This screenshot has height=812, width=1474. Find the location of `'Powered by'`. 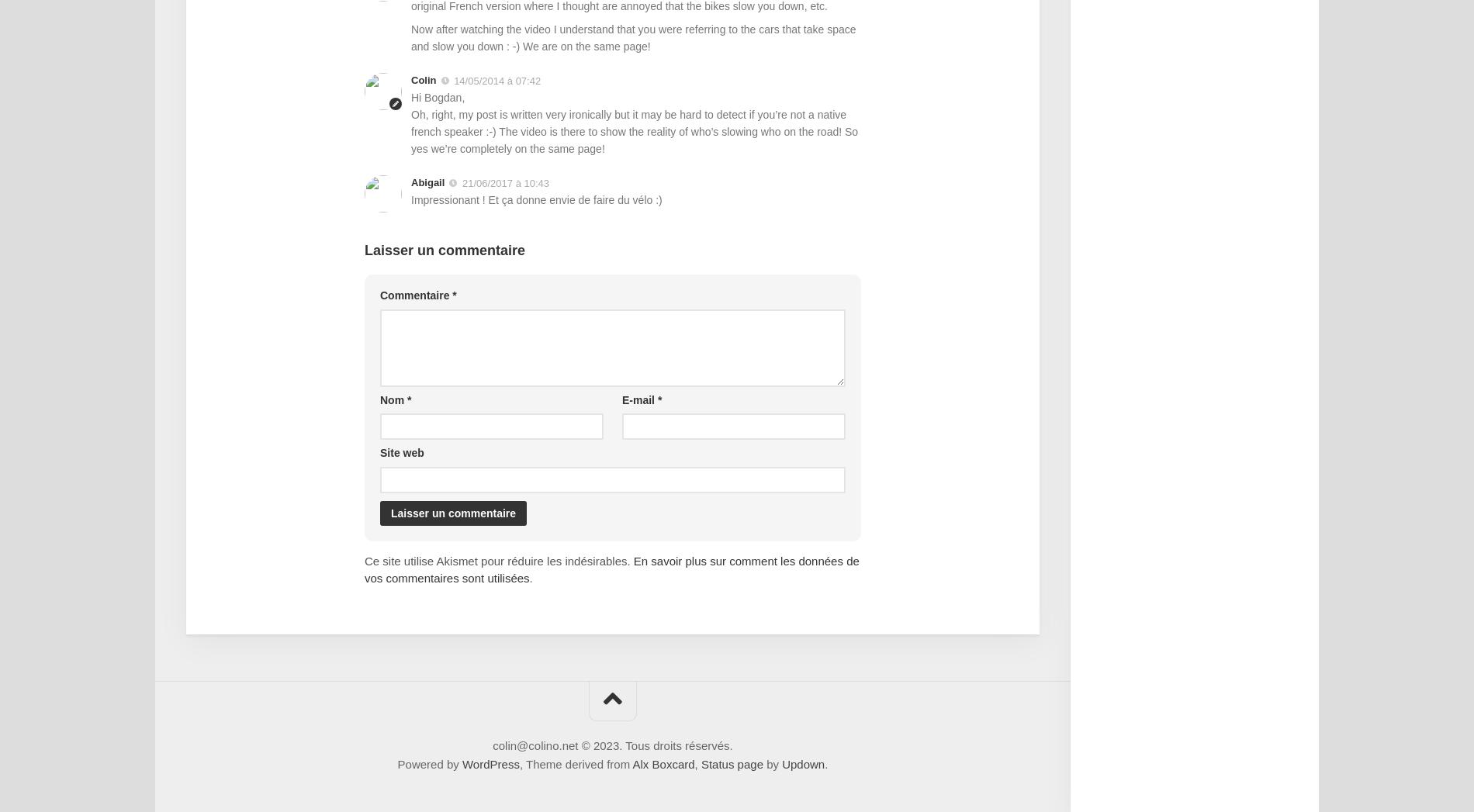

'Powered by' is located at coordinates (429, 762).